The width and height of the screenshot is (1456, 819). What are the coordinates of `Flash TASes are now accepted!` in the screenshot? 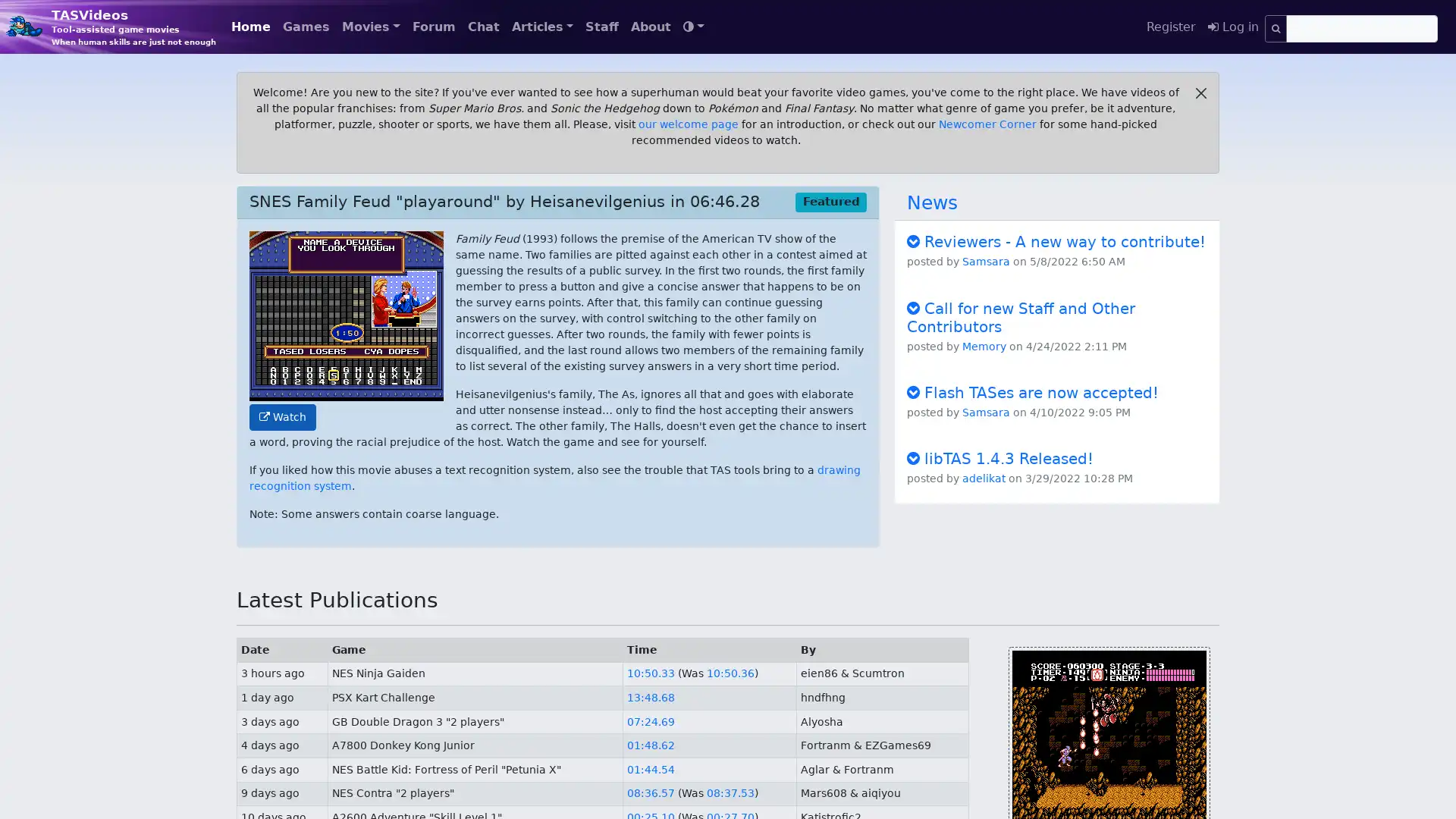 It's located at (1032, 391).